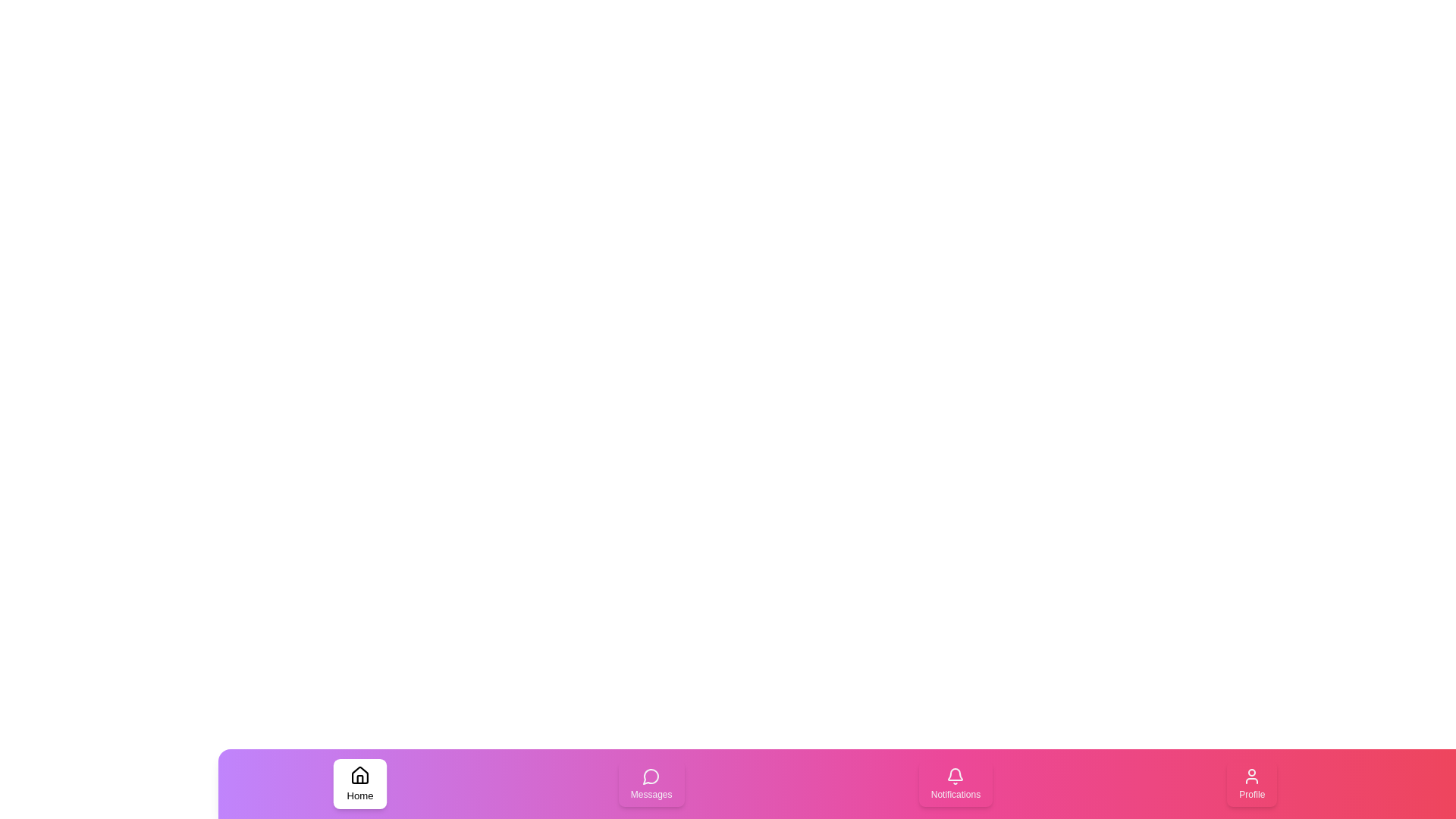 The width and height of the screenshot is (1456, 819). I want to click on the tab labeled Notifications by clicking on it, so click(955, 783).